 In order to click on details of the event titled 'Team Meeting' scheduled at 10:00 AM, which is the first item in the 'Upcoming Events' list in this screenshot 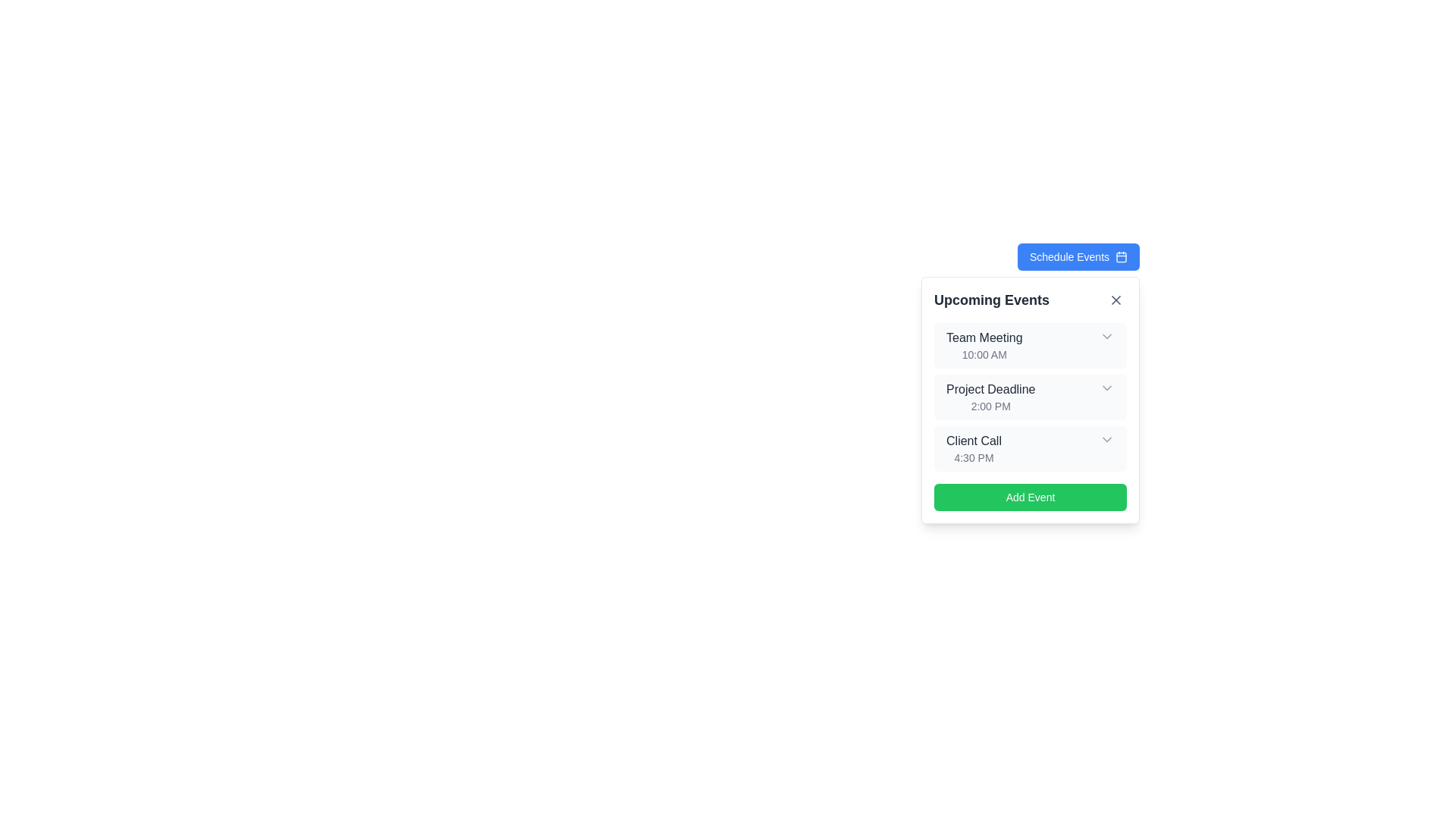, I will do `click(984, 345)`.